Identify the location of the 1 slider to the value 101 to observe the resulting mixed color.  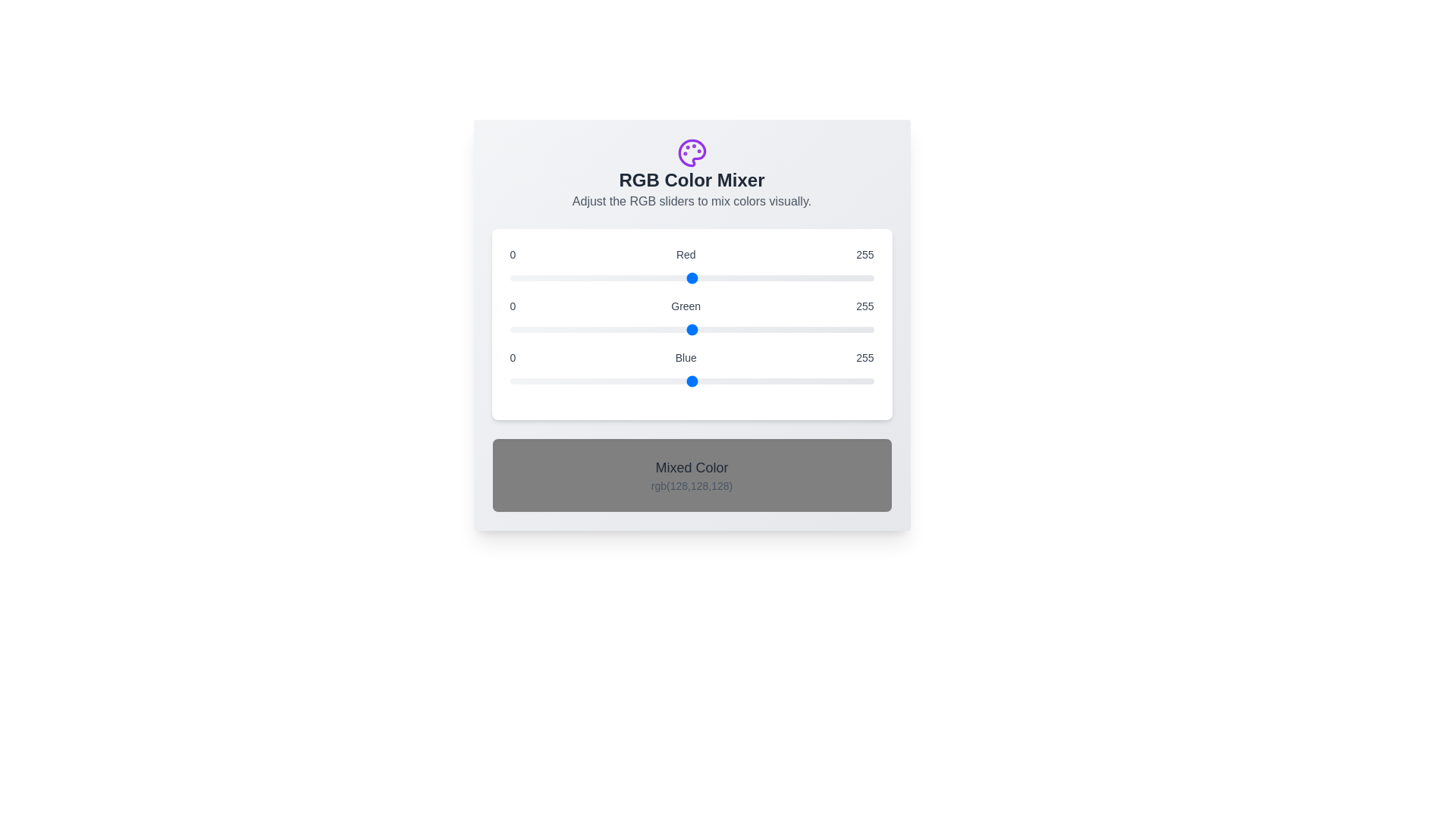
(691, 329).